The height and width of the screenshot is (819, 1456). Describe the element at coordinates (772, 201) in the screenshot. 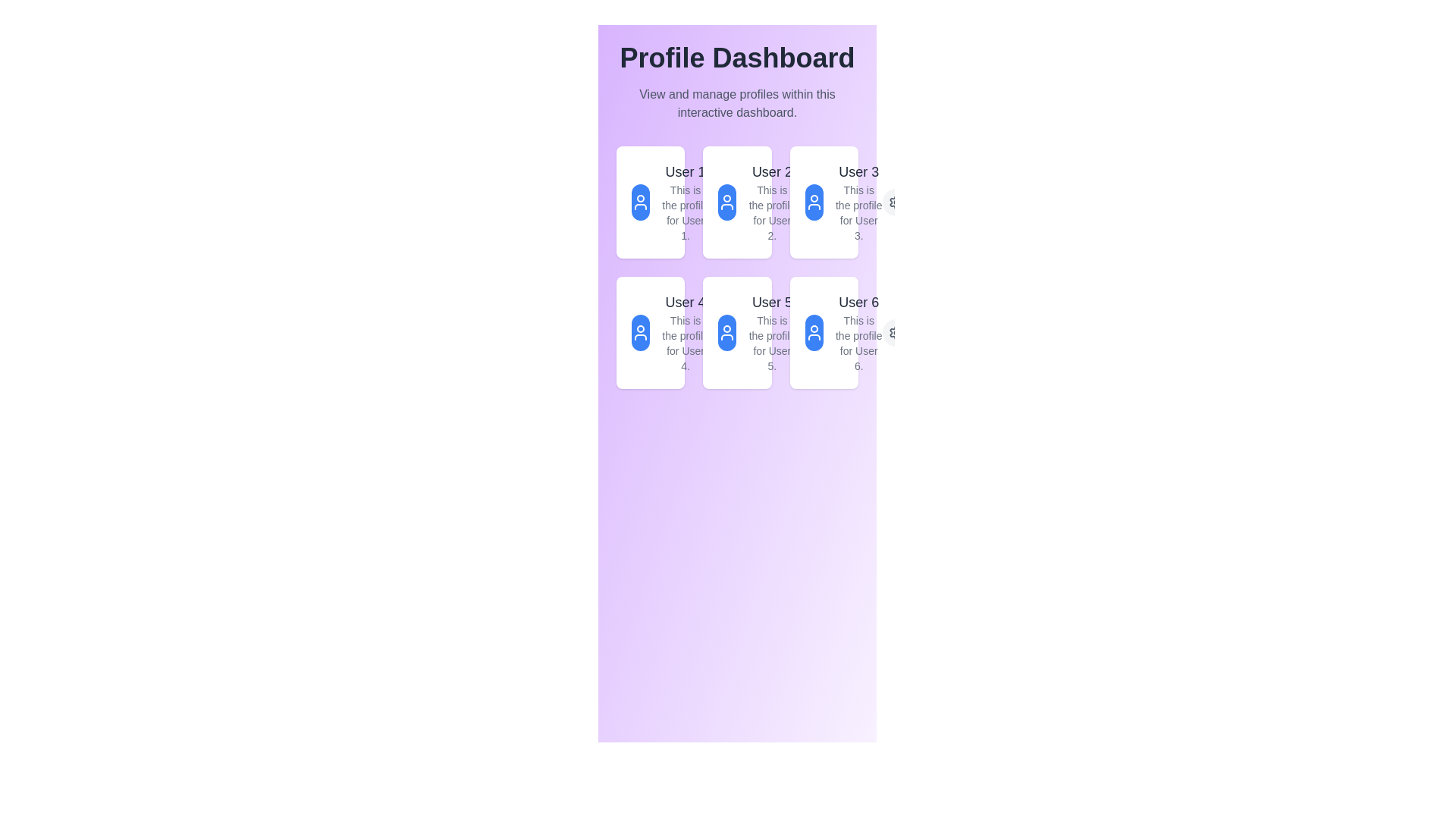

I see `textual information block describing the profile of 'User 2', located in the second column, first row of the grid layout within the card occupying the second slot in the top row of user profiles` at that location.